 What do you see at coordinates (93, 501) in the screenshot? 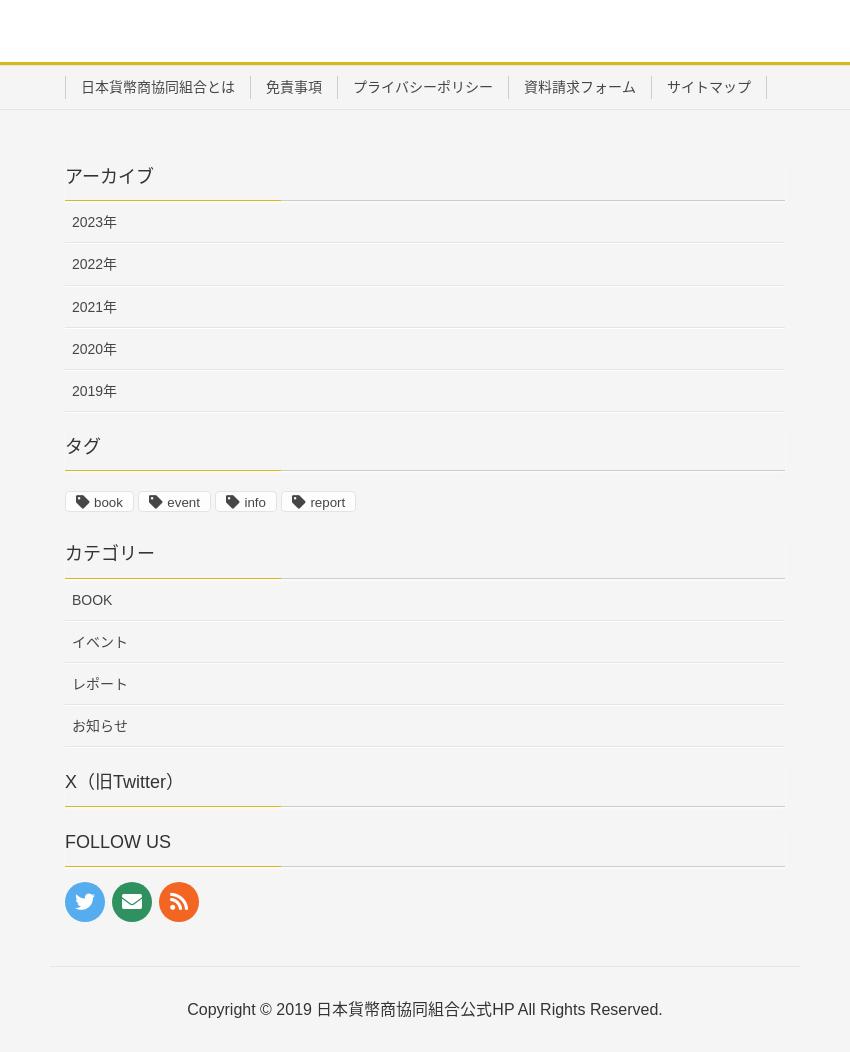
I see `'book'` at bounding box center [93, 501].